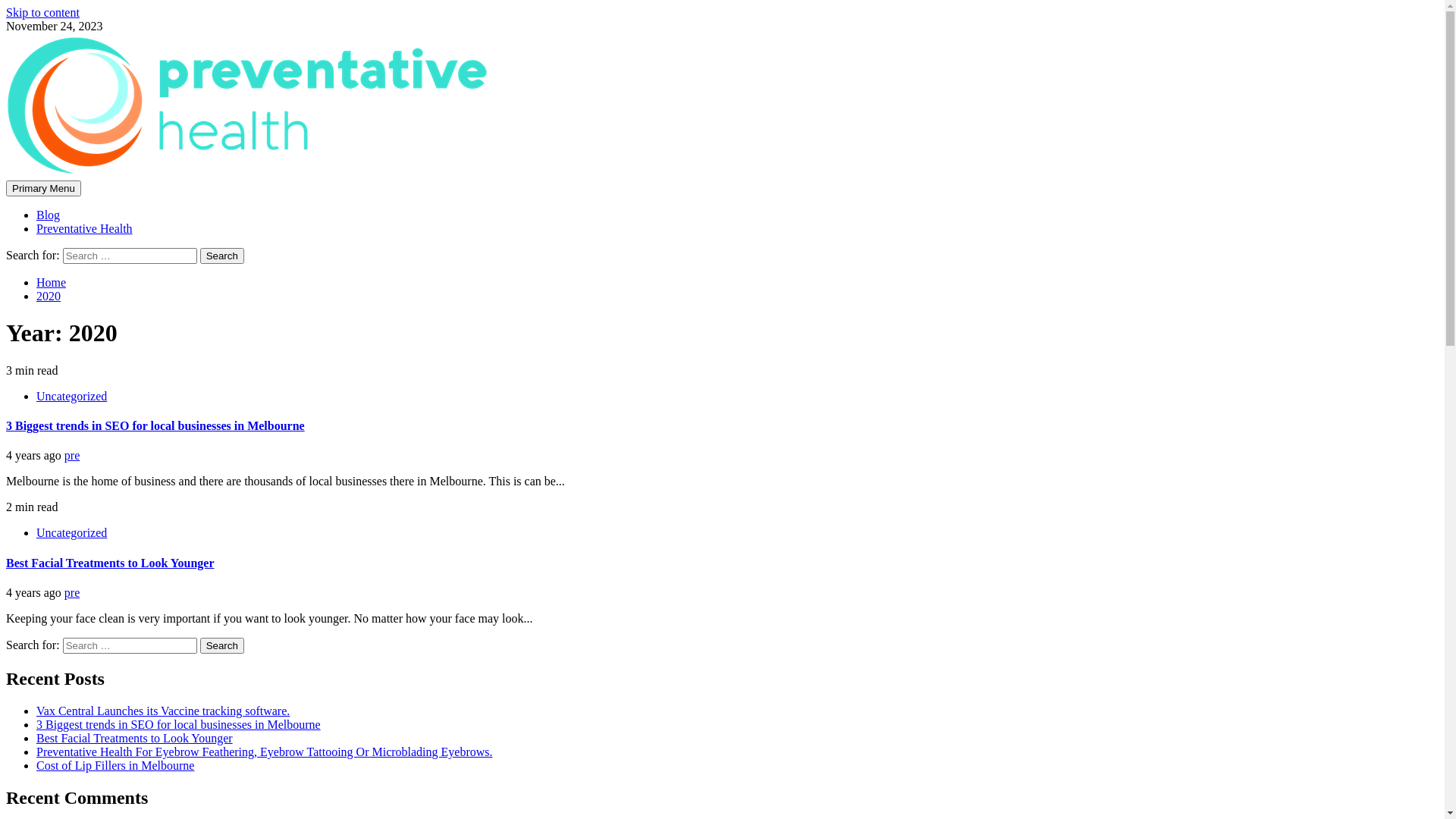 Image resolution: width=1456 pixels, height=819 pixels. I want to click on 'Search', so click(221, 255).